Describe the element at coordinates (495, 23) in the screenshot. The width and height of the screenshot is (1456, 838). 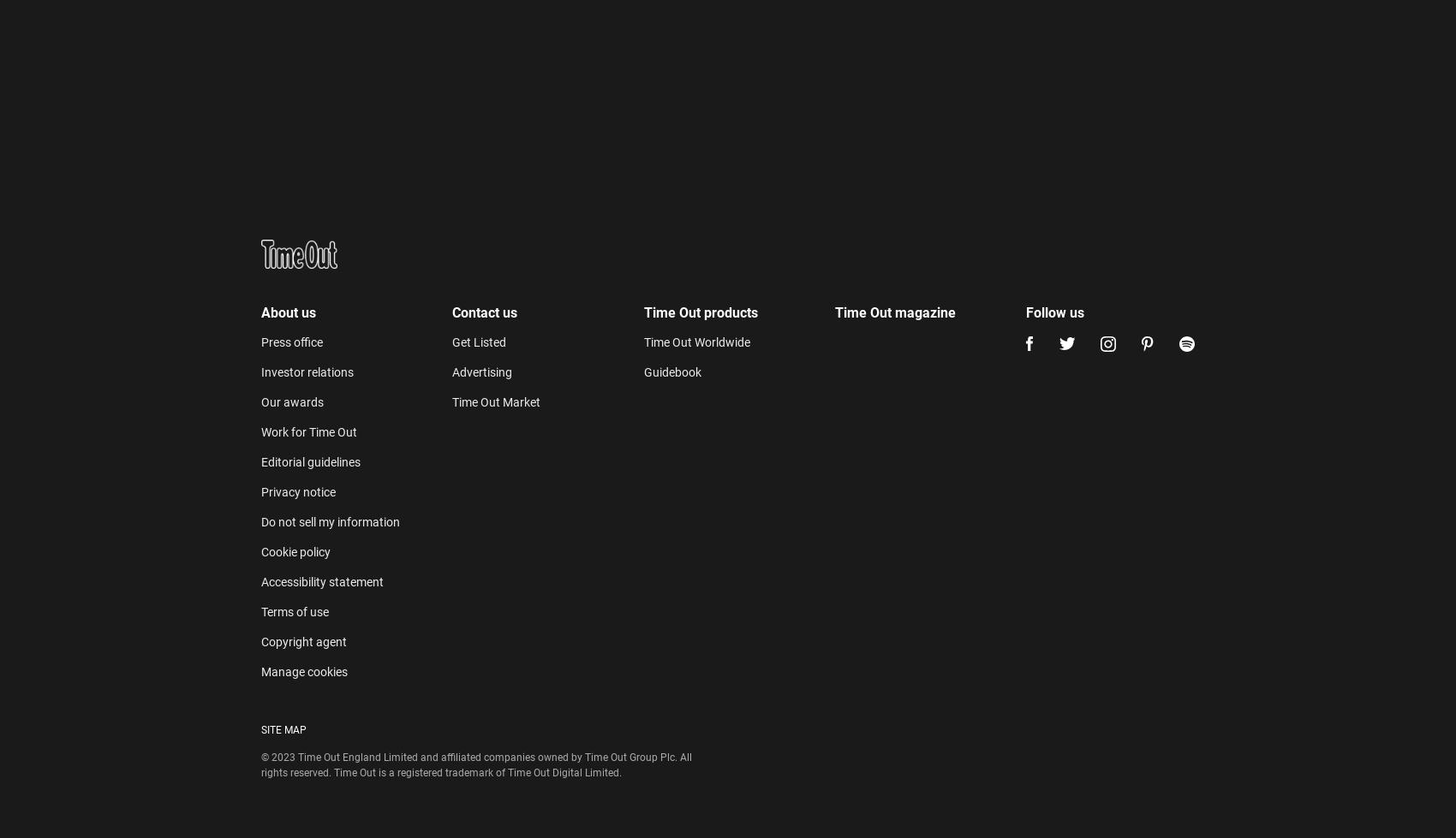
I see `'Time Out Market'` at that location.